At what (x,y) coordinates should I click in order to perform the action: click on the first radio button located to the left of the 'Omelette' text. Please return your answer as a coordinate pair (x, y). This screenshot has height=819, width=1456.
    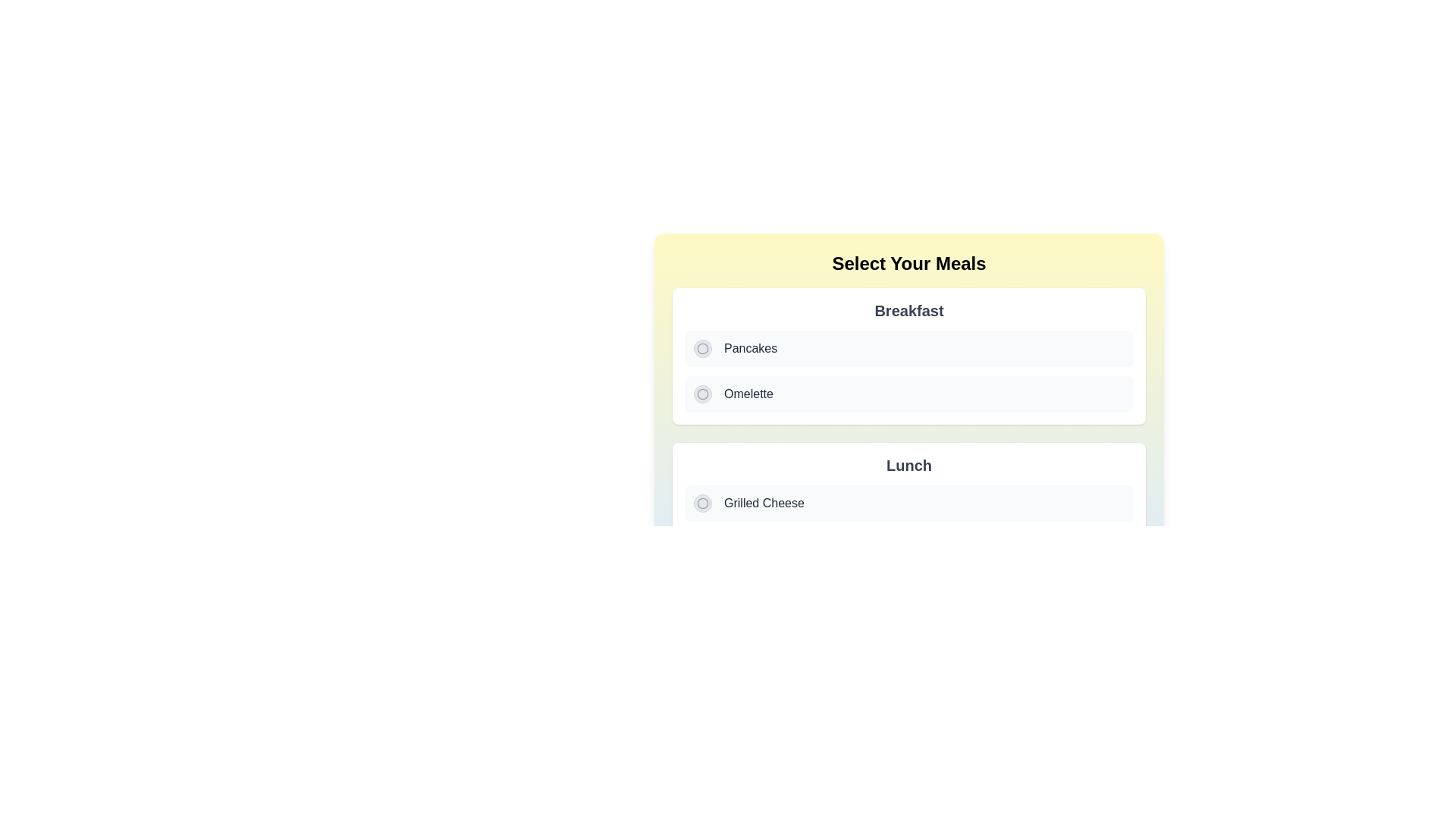
    Looking at the image, I should click on (701, 394).